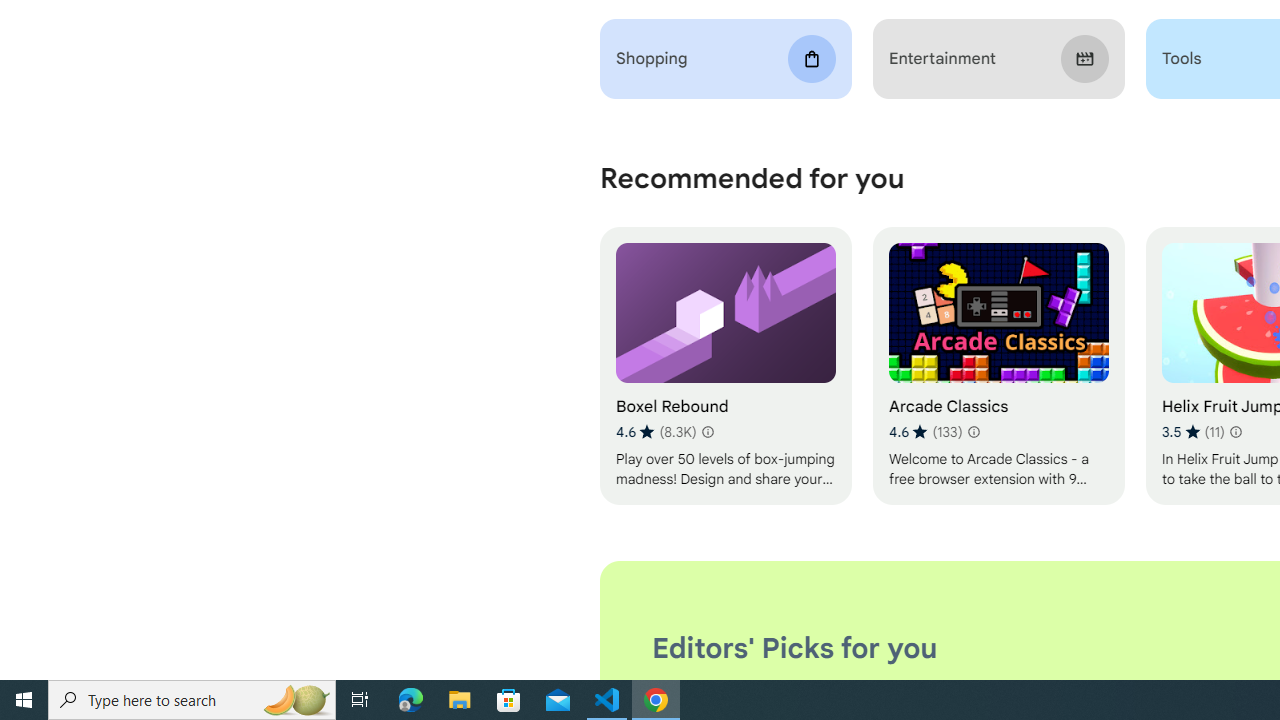 This screenshot has height=720, width=1280. Describe the element at coordinates (656, 431) in the screenshot. I see `'Average rating 4.6 out of 5 stars. 8.3K ratings.'` at that location.